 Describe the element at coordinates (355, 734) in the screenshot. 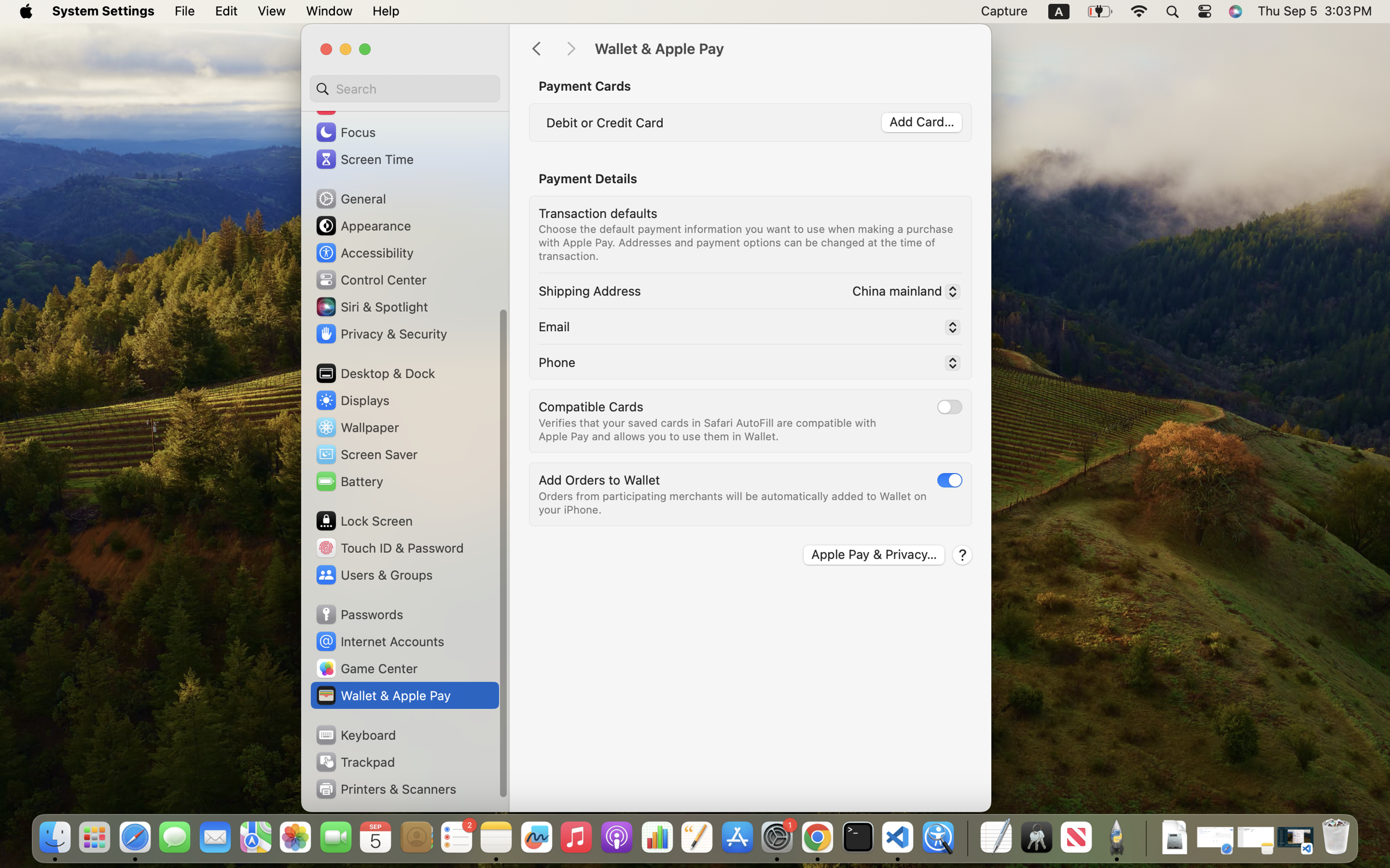

I see `'Keyboard'` at that location.